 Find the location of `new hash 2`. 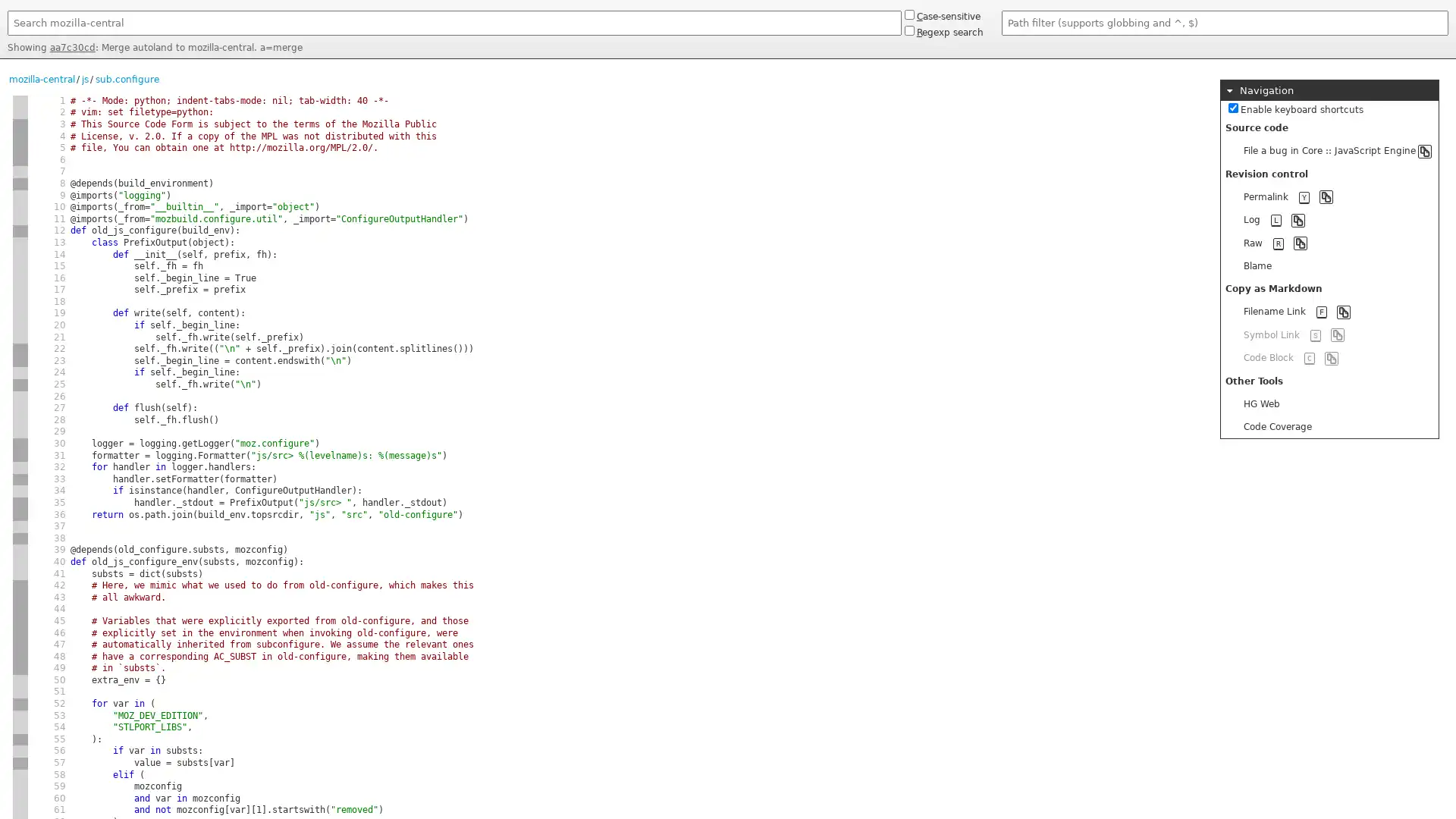

new hash 2 is located at coordinates (20, 763).